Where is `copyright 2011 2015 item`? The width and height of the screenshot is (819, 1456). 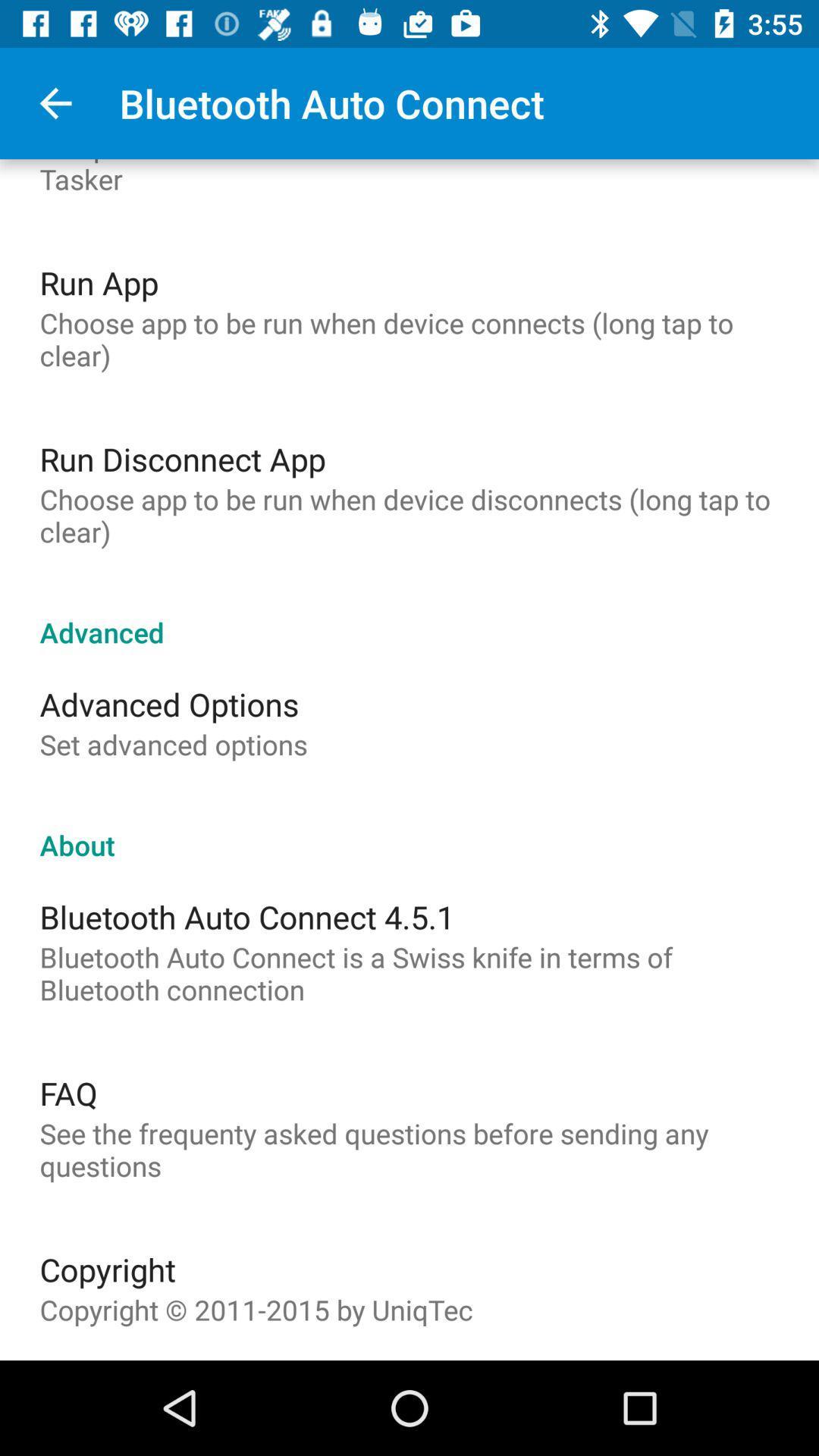
copyright 2011 2015 item is located at coordinates (256, 1309).